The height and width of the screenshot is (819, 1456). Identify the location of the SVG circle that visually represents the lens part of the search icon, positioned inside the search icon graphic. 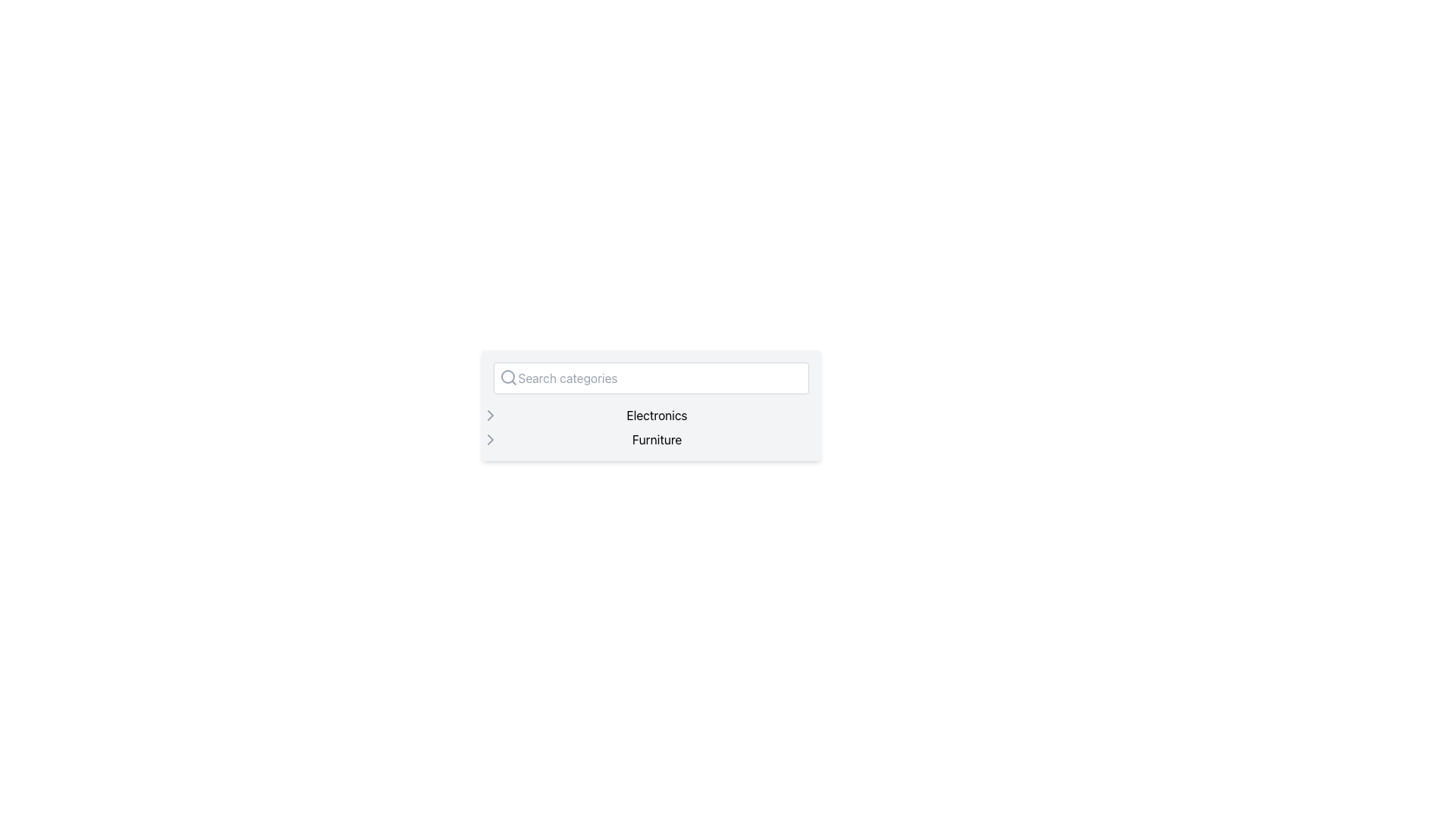
(507, 376).